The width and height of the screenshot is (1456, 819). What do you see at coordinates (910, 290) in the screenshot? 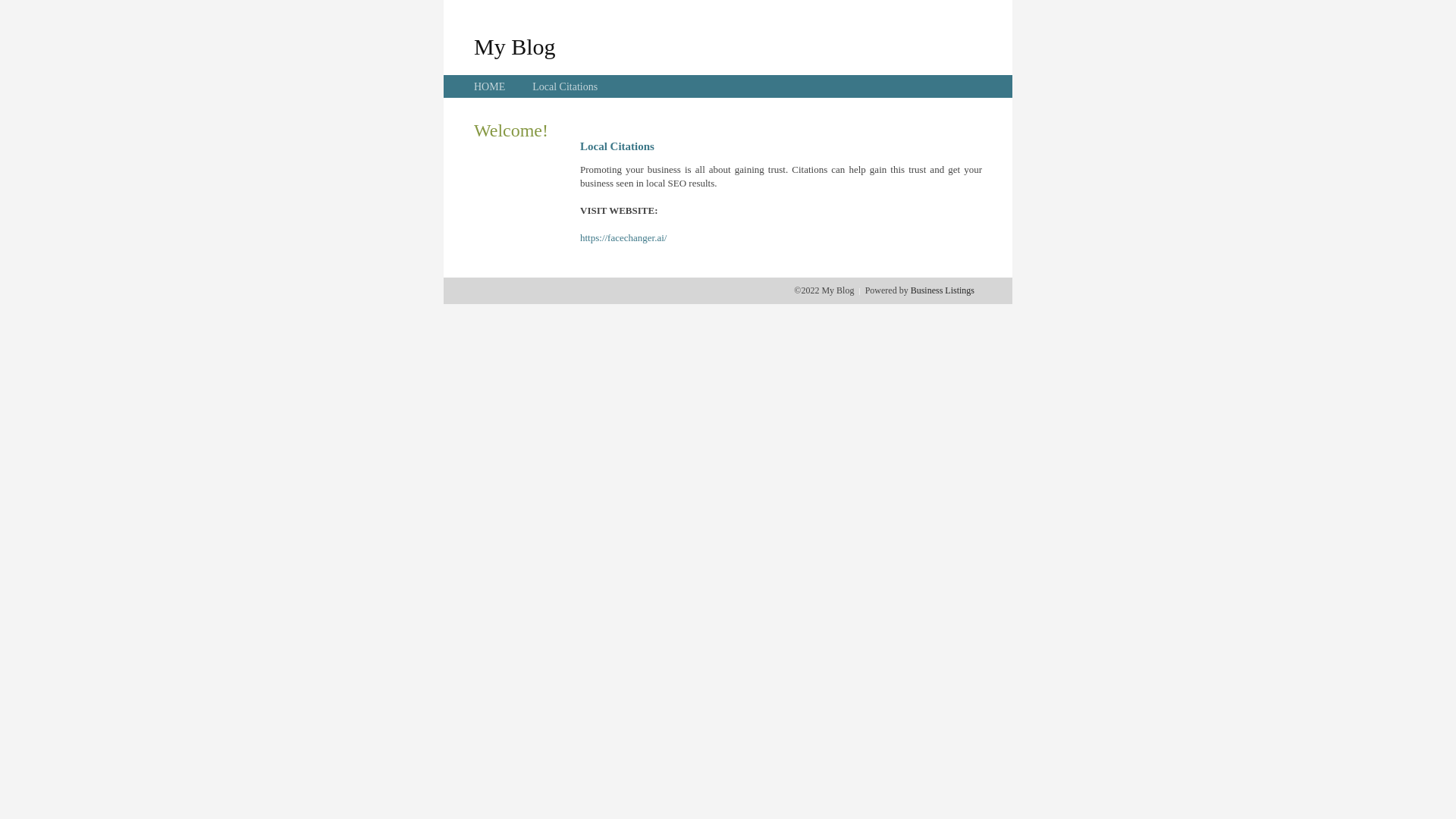
I see `'Business Listings'` at bounding box center [910, 290].